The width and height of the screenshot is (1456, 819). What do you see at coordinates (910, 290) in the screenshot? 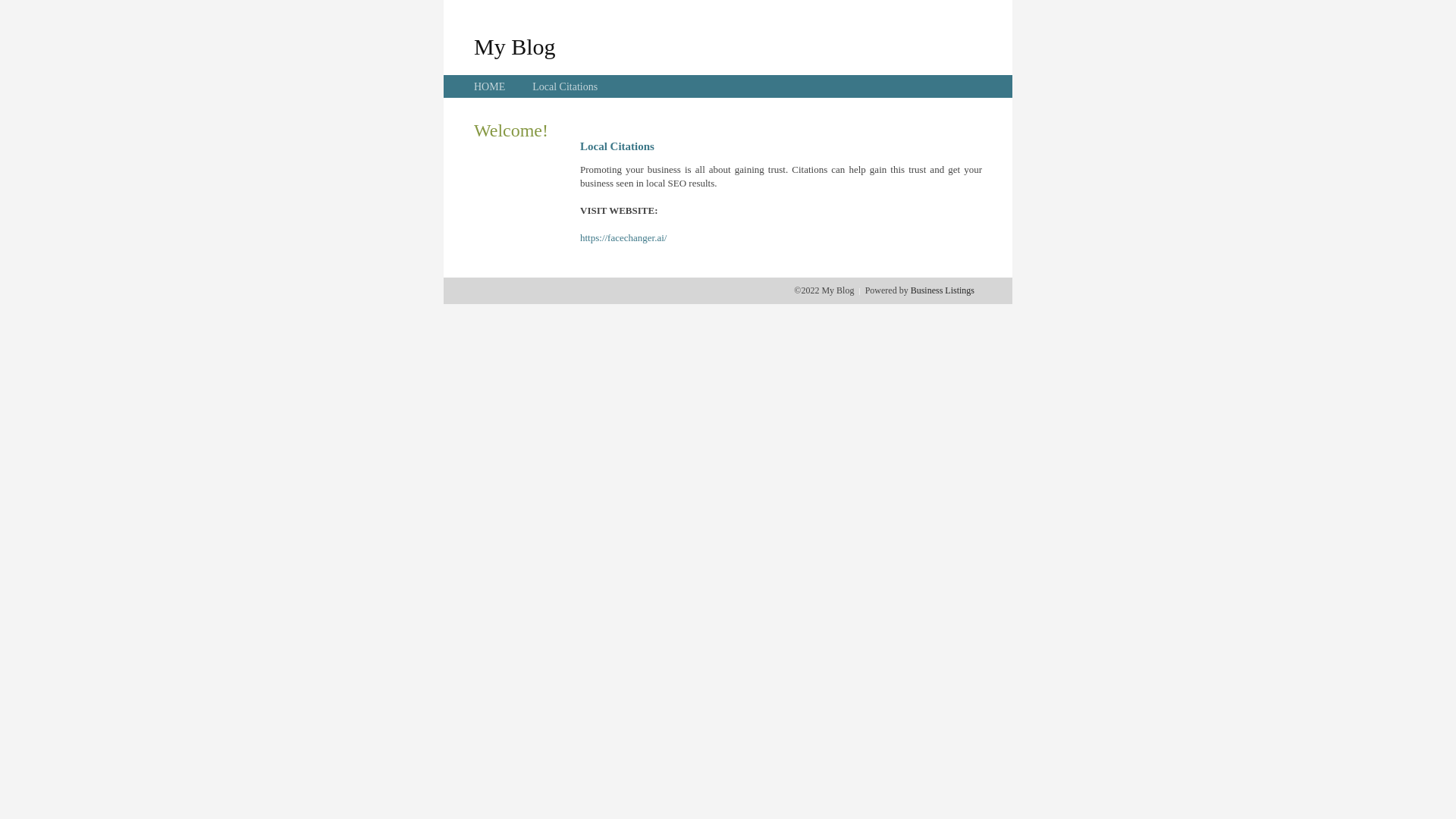
I see `'Business Listings'` at bounding box center [910, 290].